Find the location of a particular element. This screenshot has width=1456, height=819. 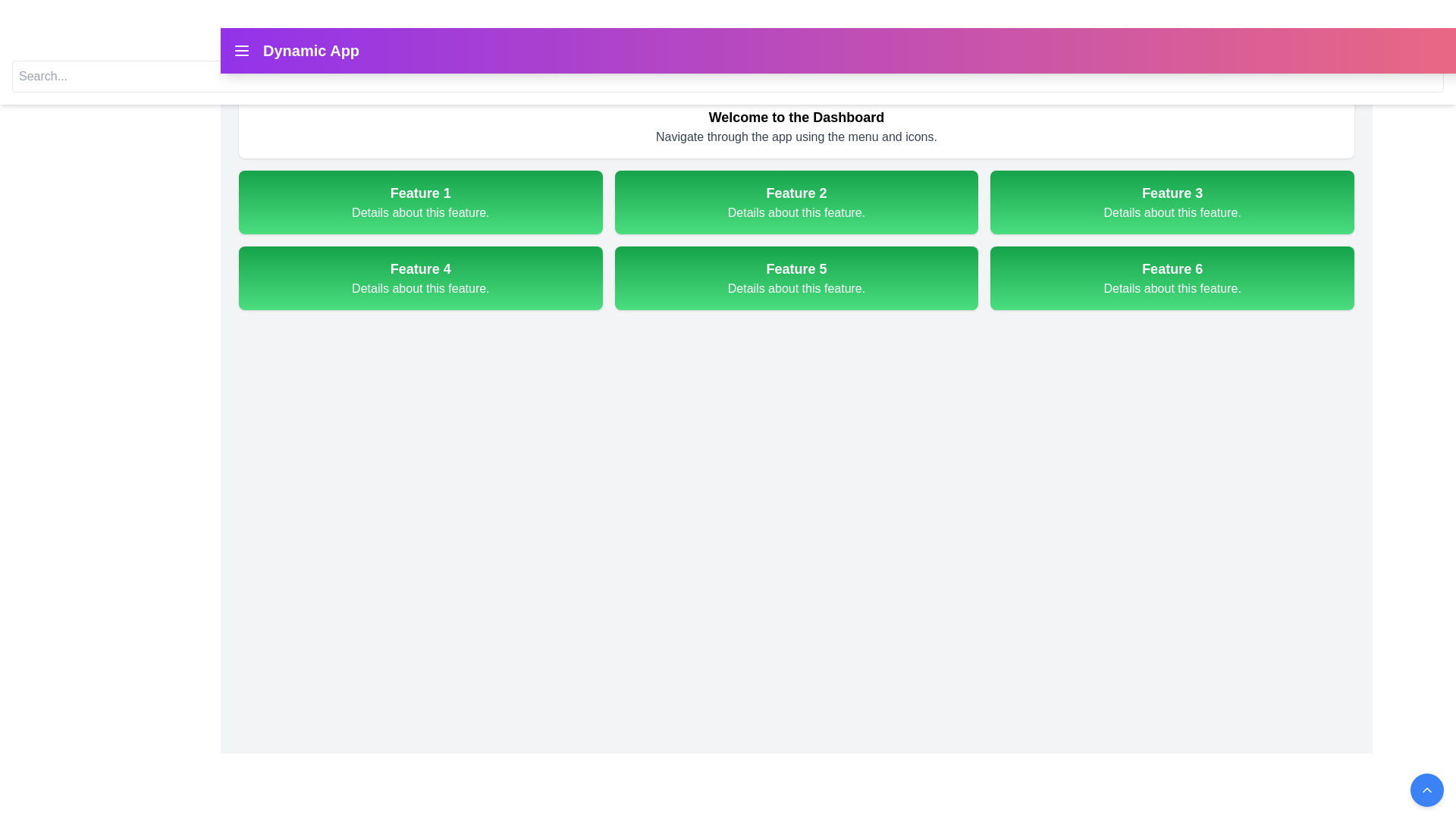

the smaller text component providing additional information about the feature highlighted in the box labeled 'Feature 2', positioned directly below the larger title text is located at coordinates (795, 213).